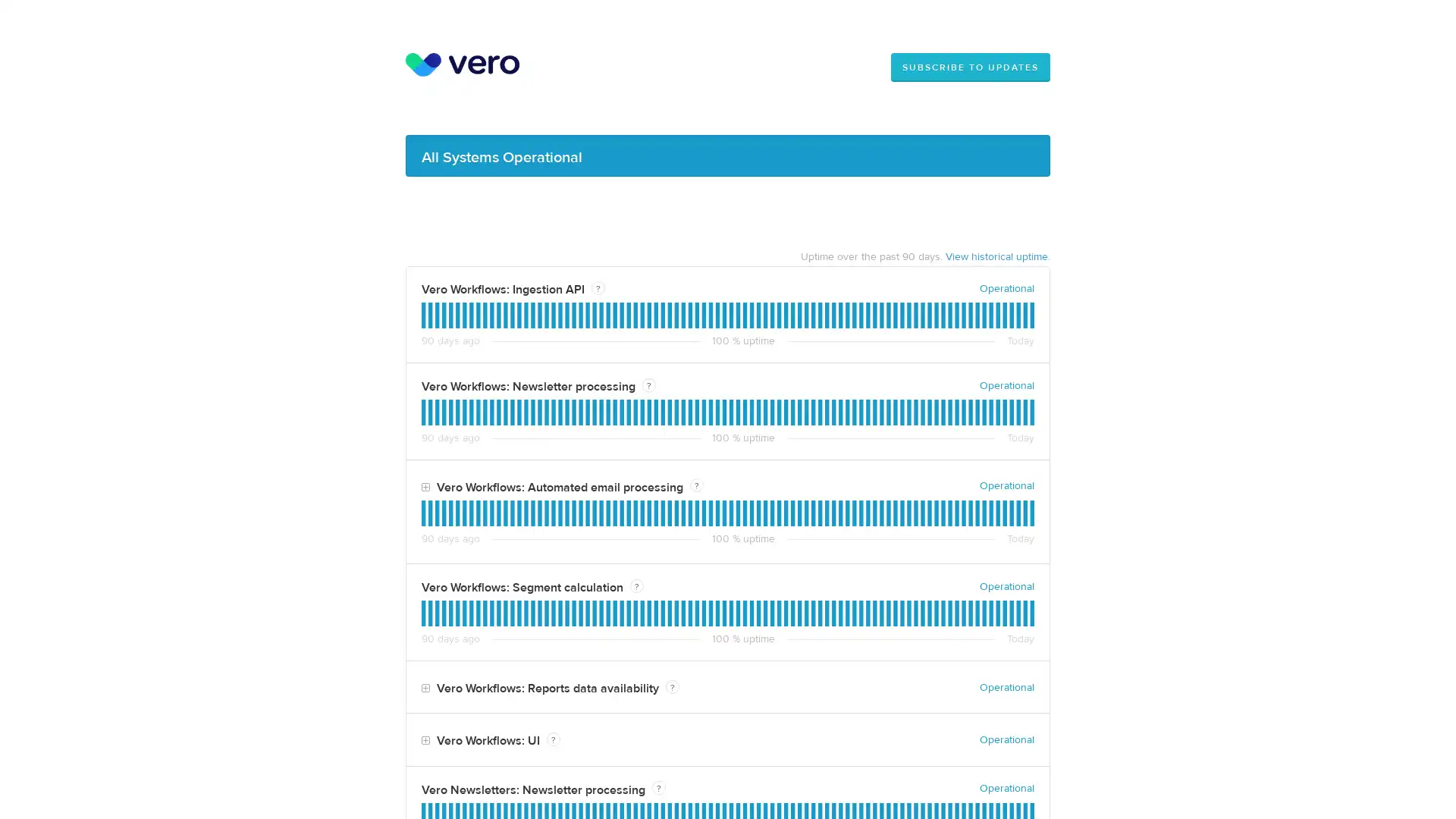 The image size is (1456, 819). Describe the element at coordinates (425, 739) in the screenshot. I see `Toggle Vero Workflows: UI` at that location.